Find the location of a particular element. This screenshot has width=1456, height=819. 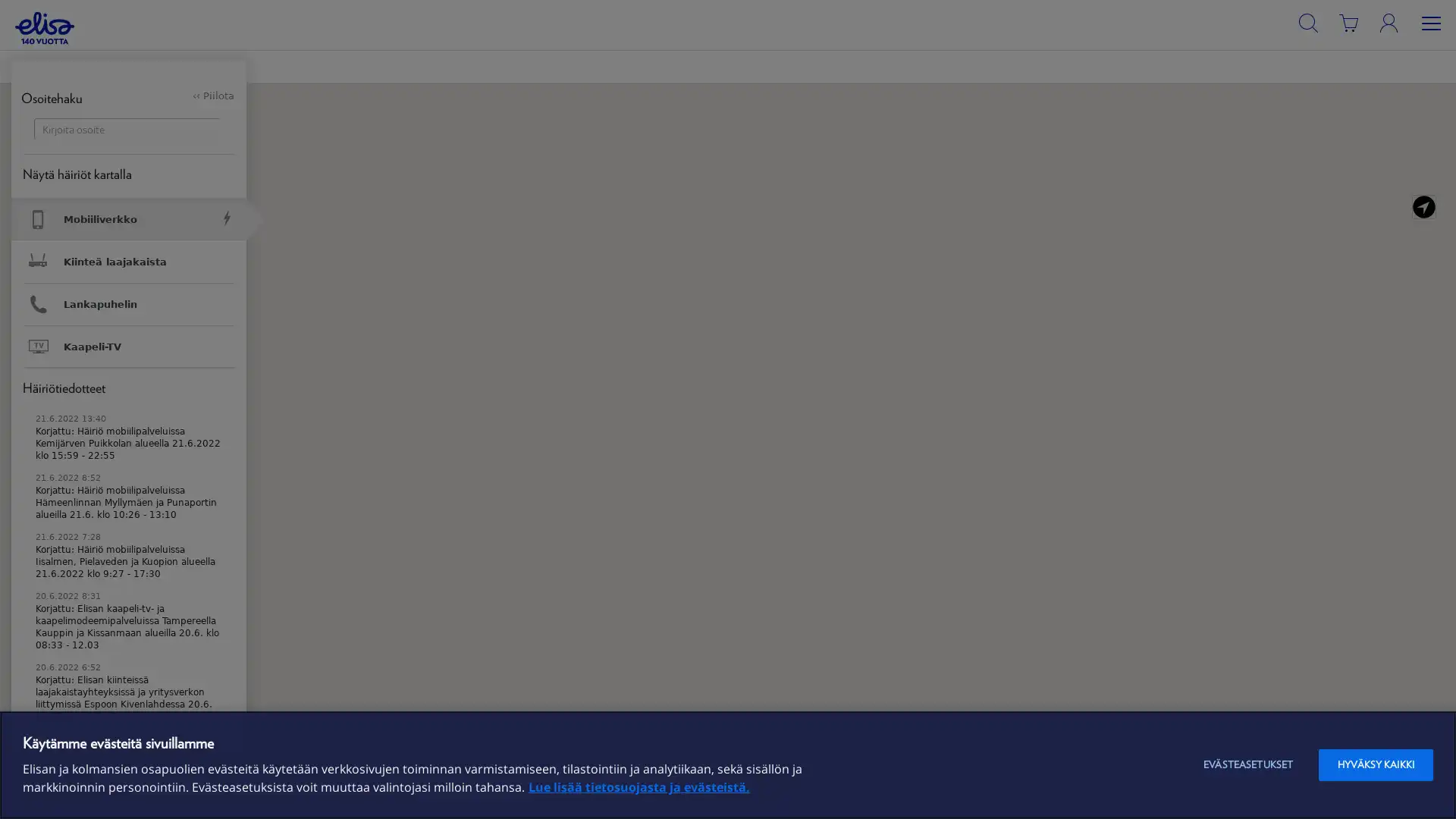

Koko nayton nakyma paalle/pois is located at coordinates (1432, 180).